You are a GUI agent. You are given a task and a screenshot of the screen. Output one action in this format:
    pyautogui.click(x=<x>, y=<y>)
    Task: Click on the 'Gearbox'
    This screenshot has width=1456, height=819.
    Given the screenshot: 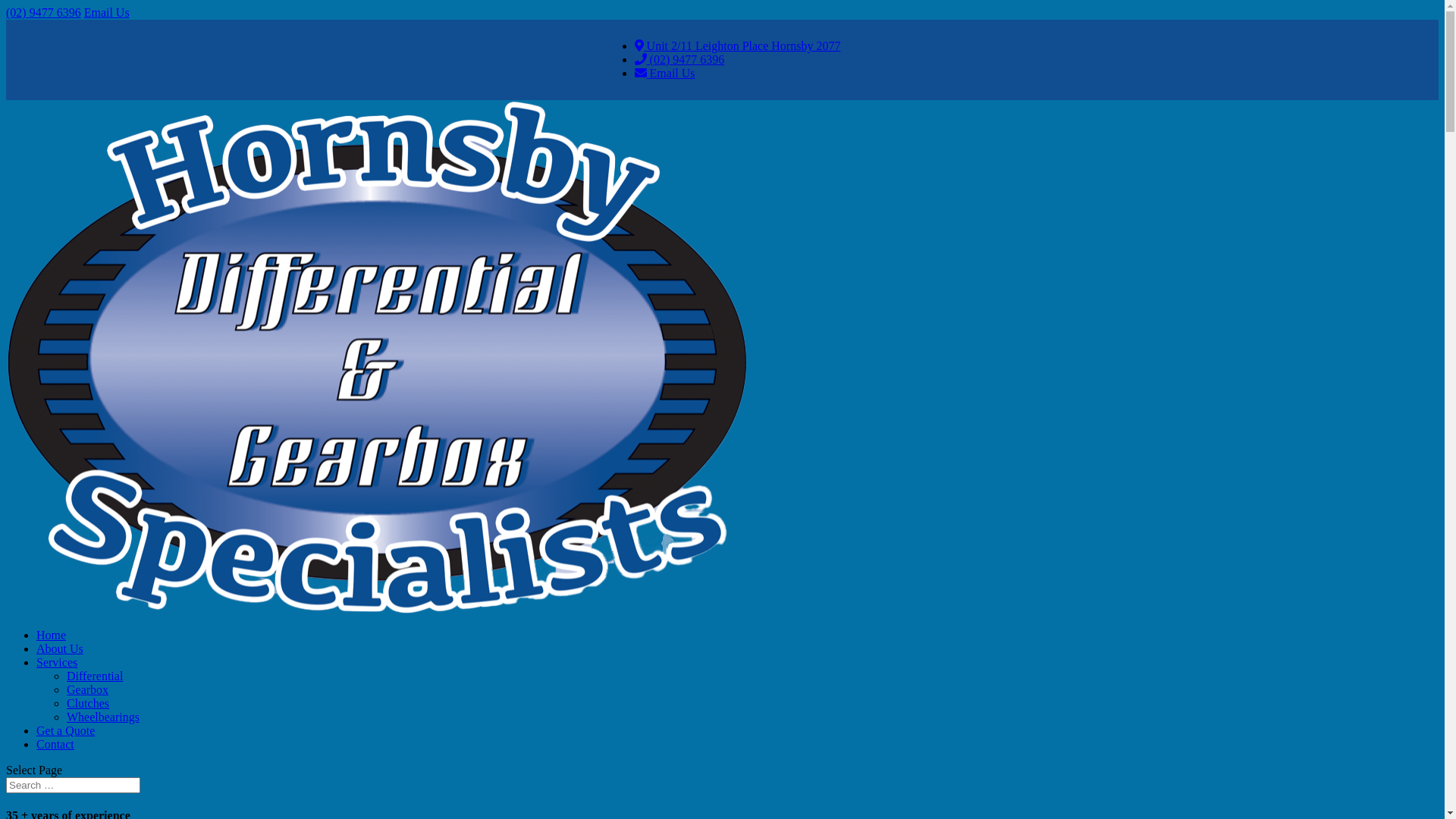 What is the action you would take?
    pyautogui.click(x=86, y=689)
    